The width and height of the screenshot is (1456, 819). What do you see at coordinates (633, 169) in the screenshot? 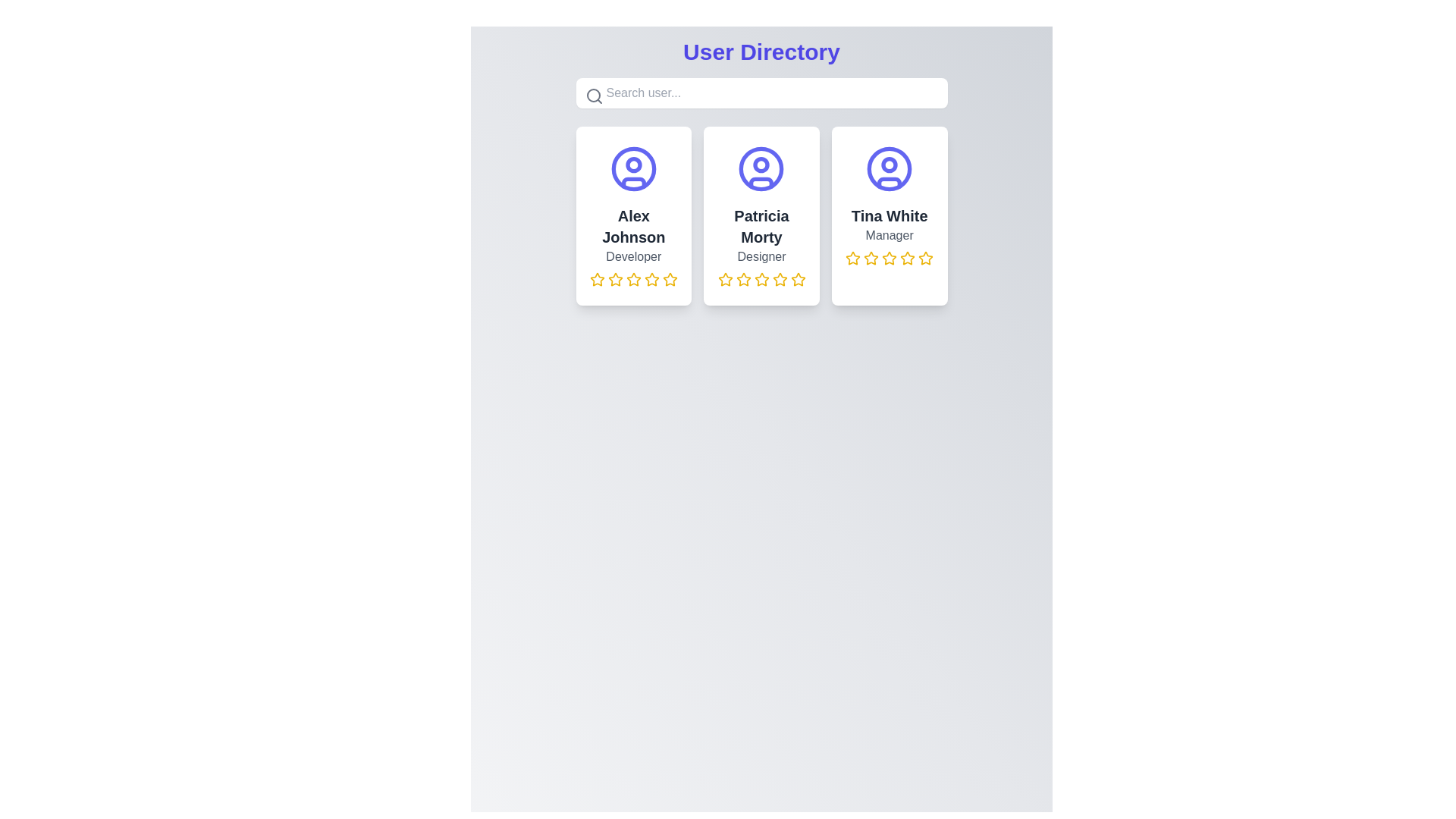
I see `the user profile icon, which is a circular purple frame with a human silhouette, located at the top of the first user card above the text 'Alex Johnson' and 'Developer'` at bounding box center [633, 169].